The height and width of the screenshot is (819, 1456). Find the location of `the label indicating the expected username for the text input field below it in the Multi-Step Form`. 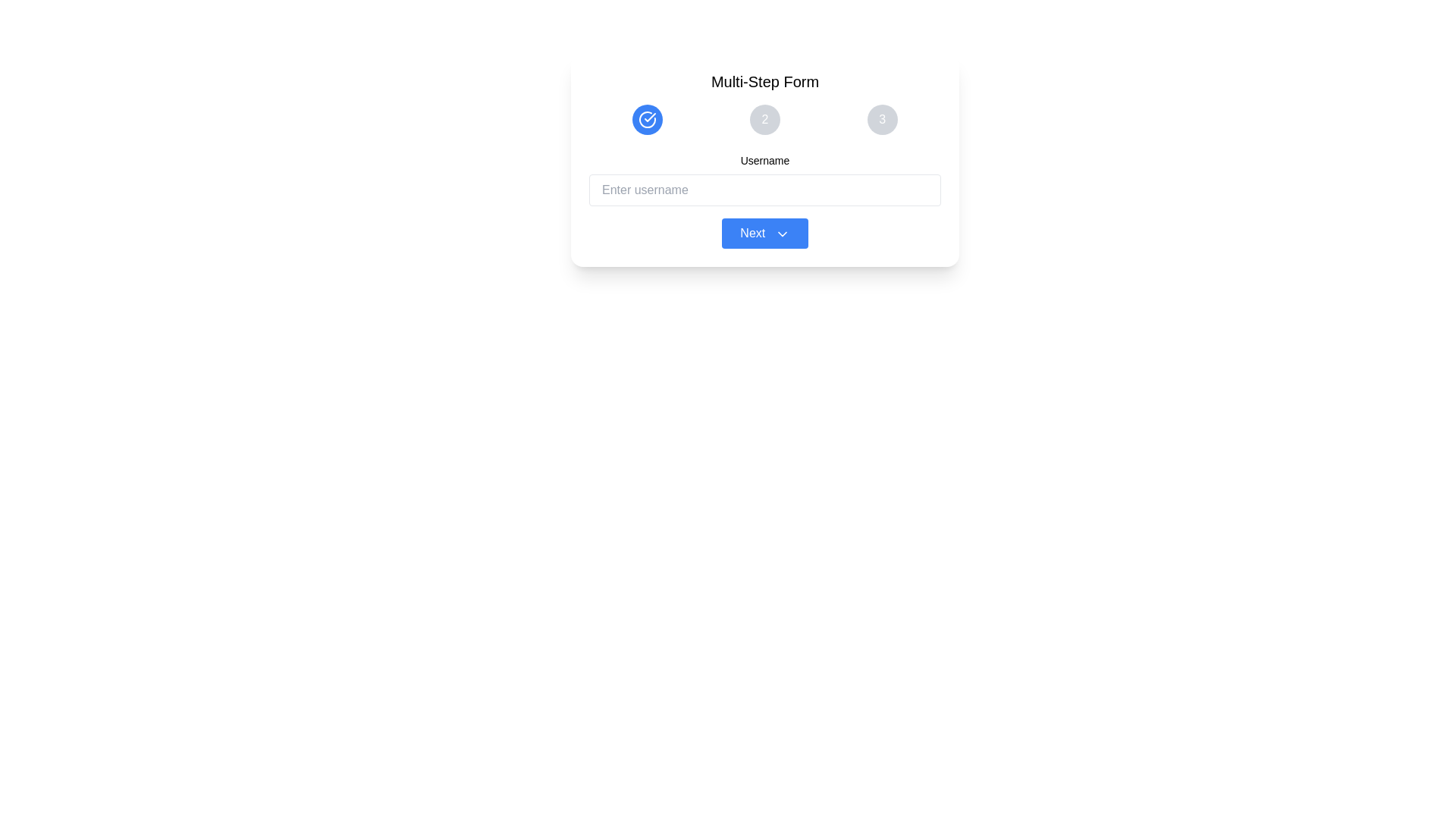

the label indicating the expected username for the text input field below it in the Multi-Step Form is located at coordinates (764, 161).